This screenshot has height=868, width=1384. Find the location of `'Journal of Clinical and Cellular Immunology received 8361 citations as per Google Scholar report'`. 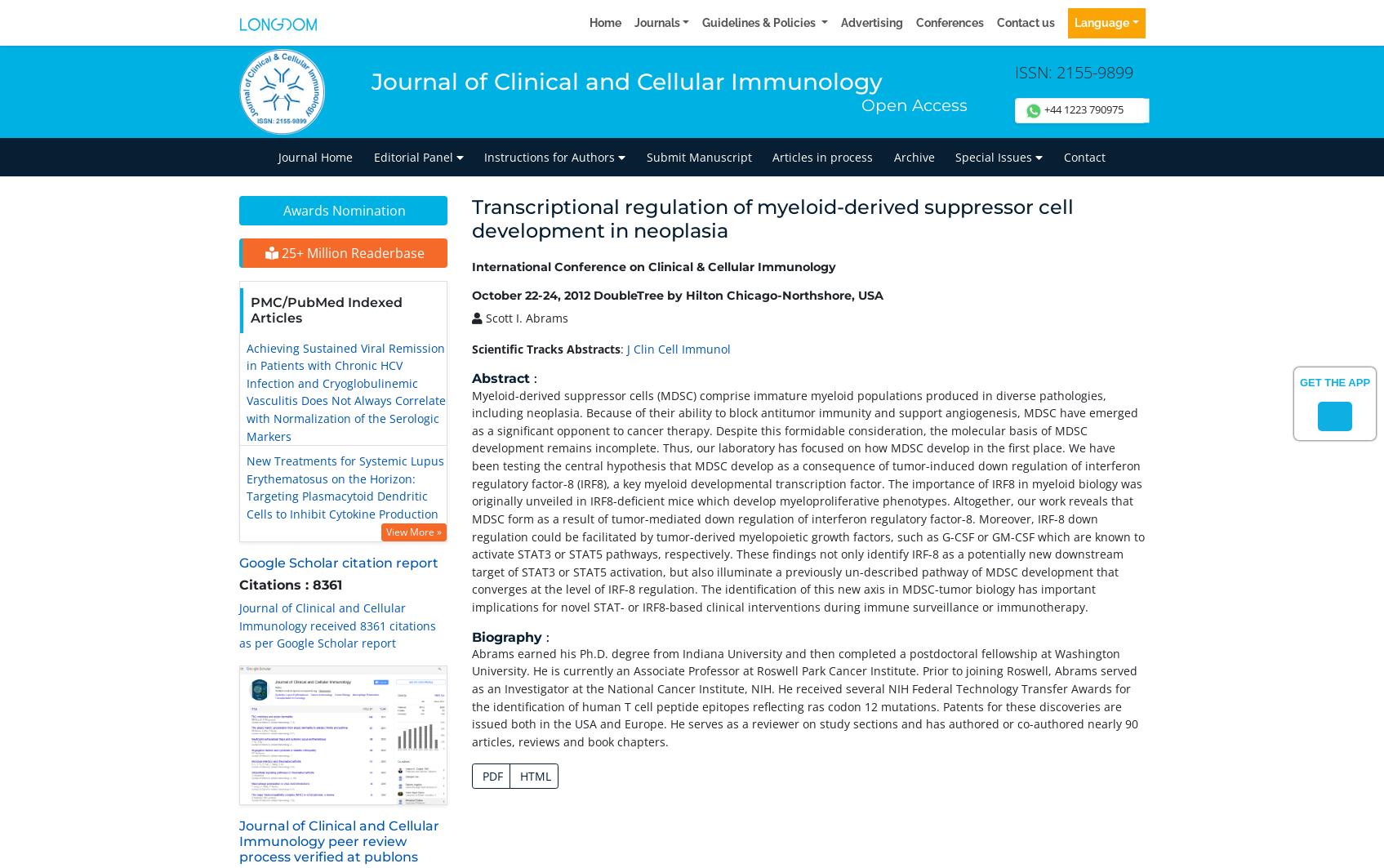

'Journal of Clinical and Cellular Immunology received 8361 citations as per Google Scholar report' is located at coordinates (336, 624).